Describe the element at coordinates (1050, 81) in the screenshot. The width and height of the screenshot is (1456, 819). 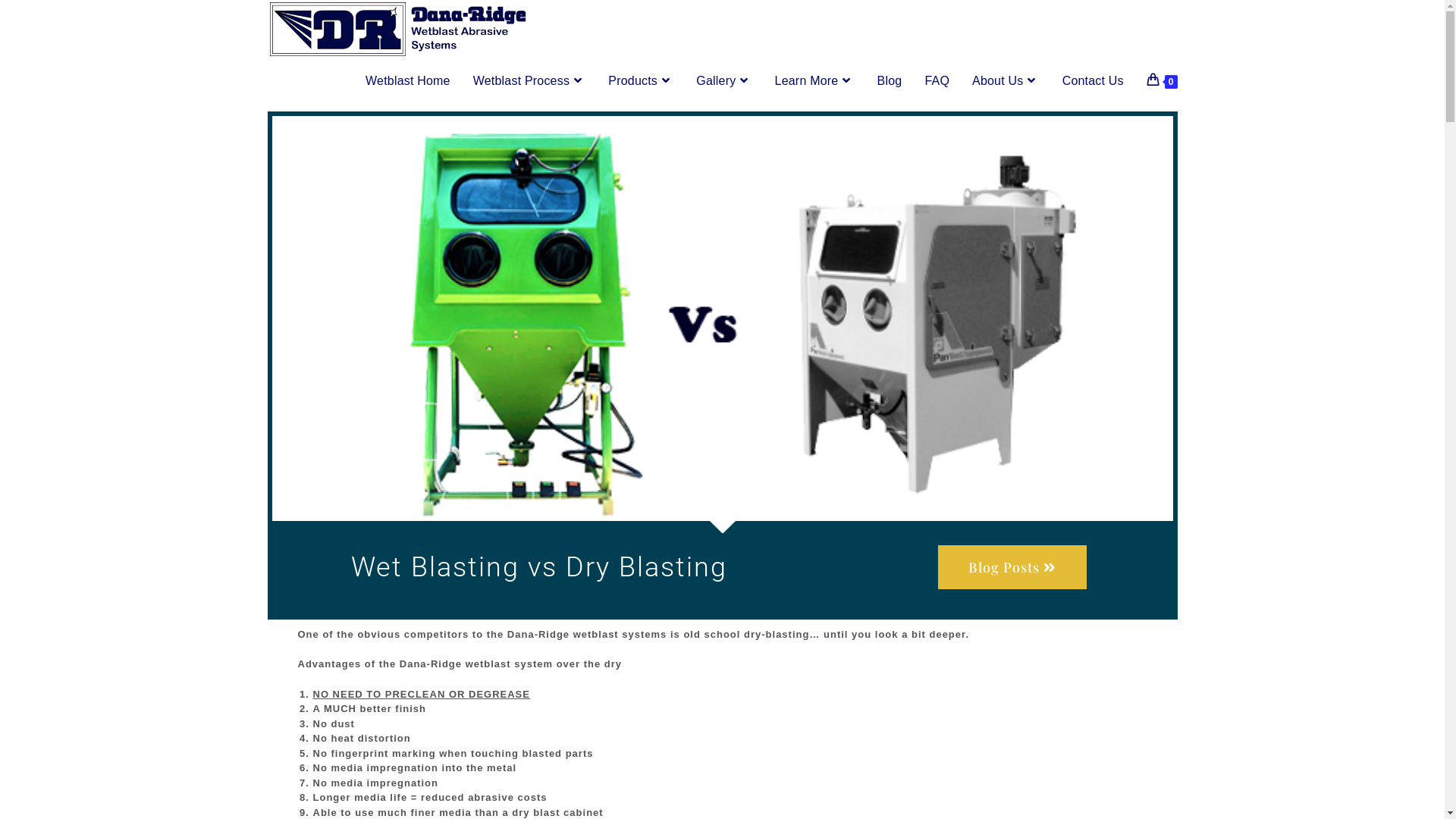
I see `'Contact Us'` at that location.